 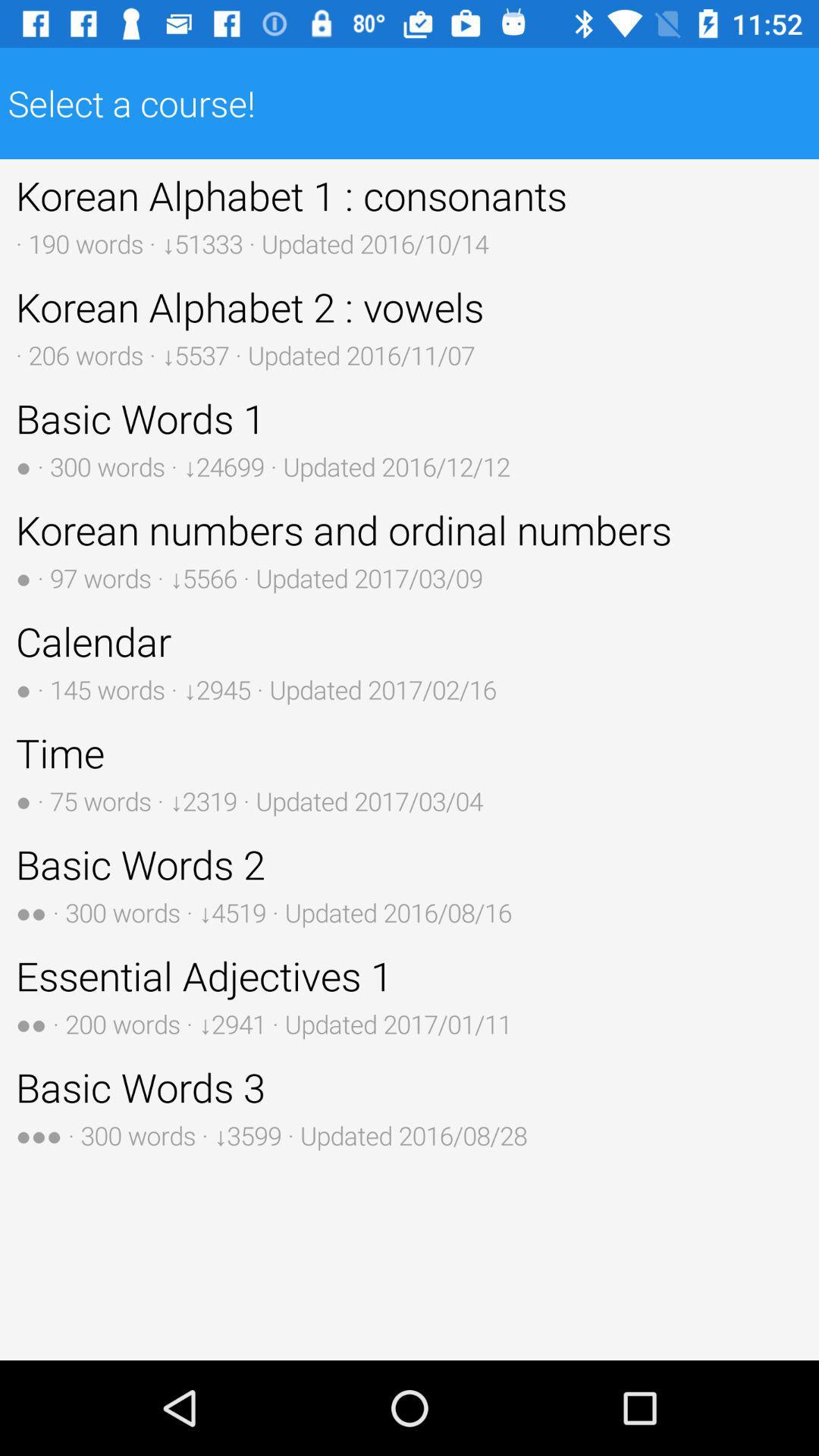 What do you see at coordinates (409, 995) in the screenshot?
I see `essential adjectives 1 button` at bounding box center [409, 995].